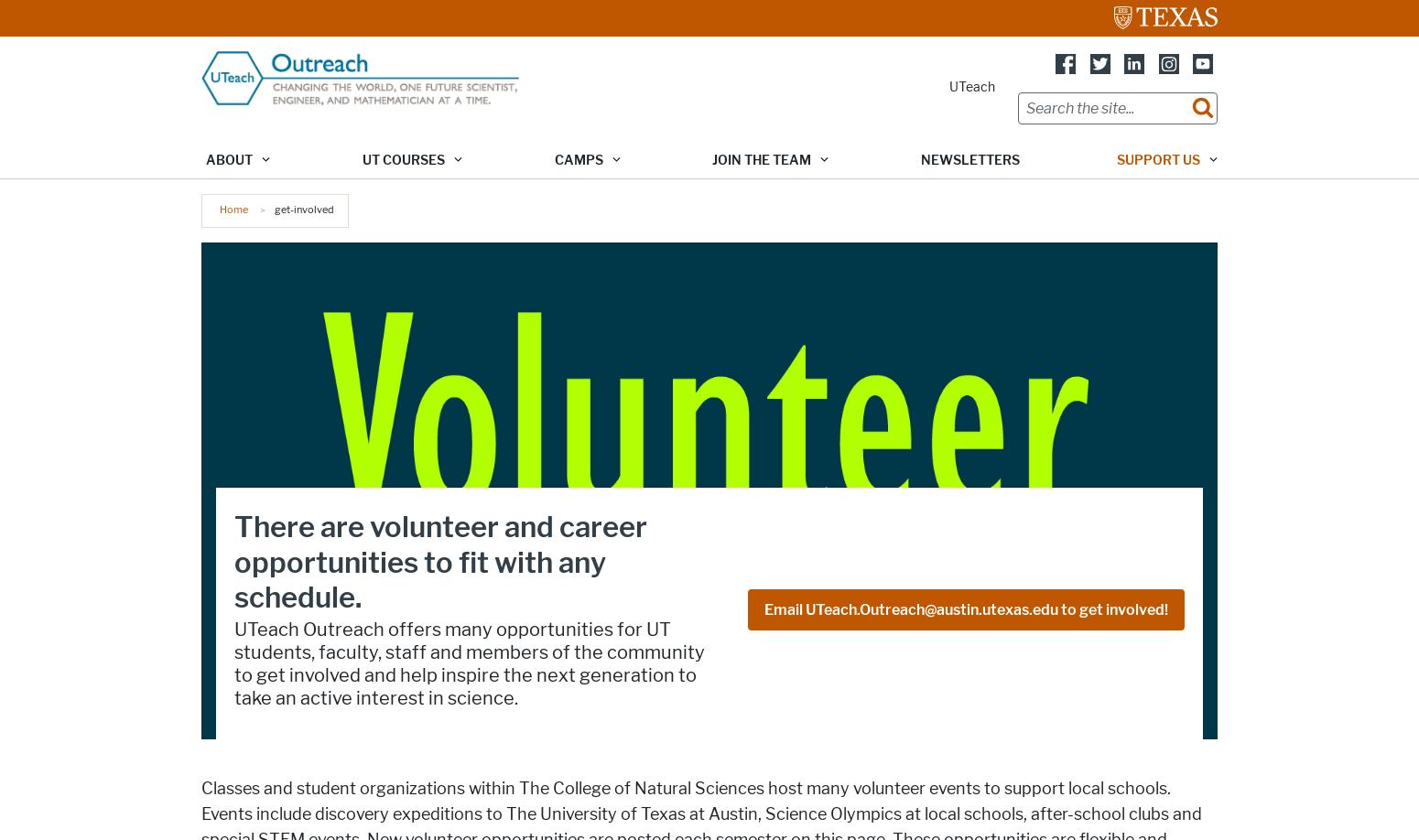  I want to click on 'UTeach', so click(972, 86).